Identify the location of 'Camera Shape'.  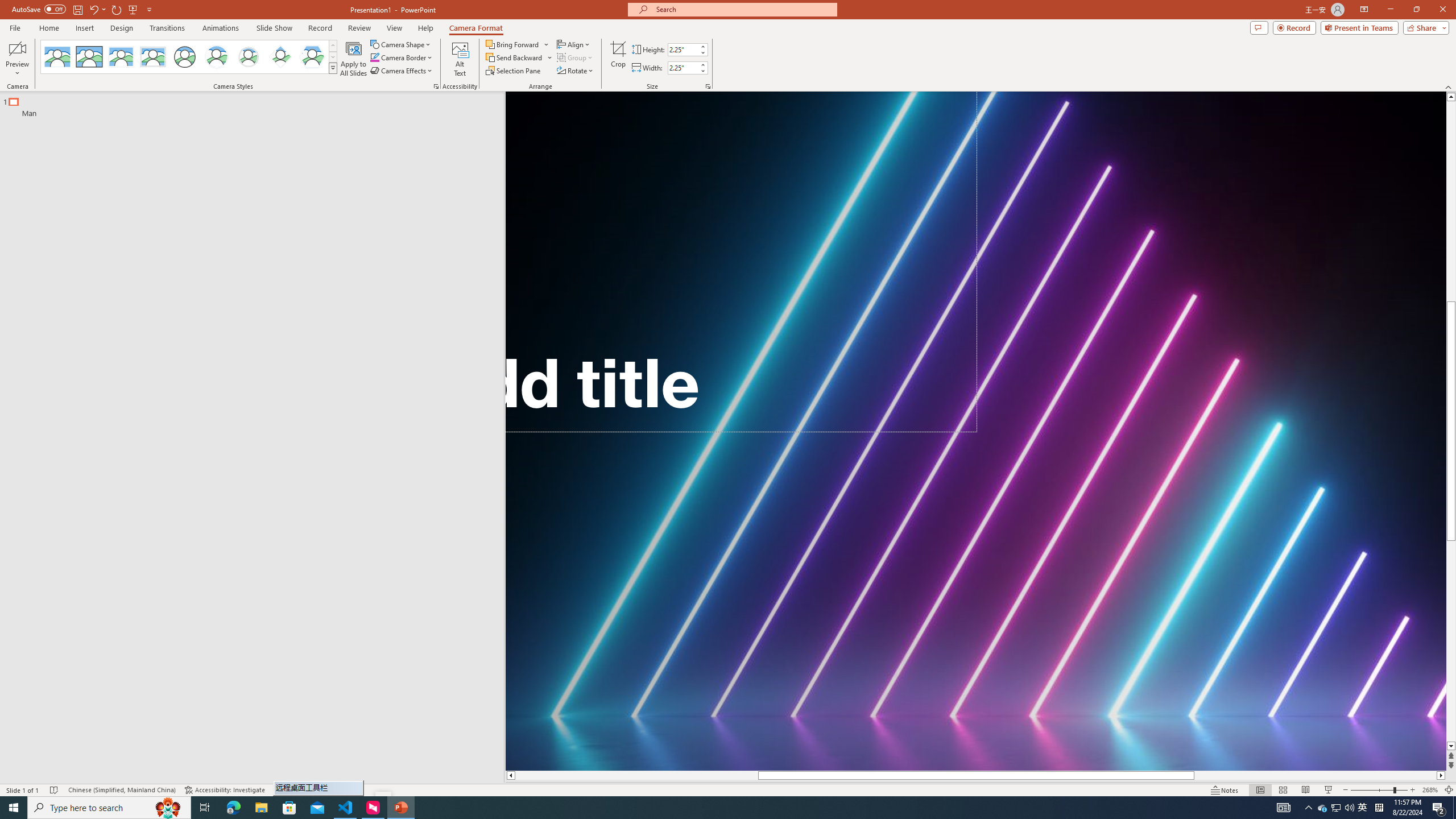
(401, 44).